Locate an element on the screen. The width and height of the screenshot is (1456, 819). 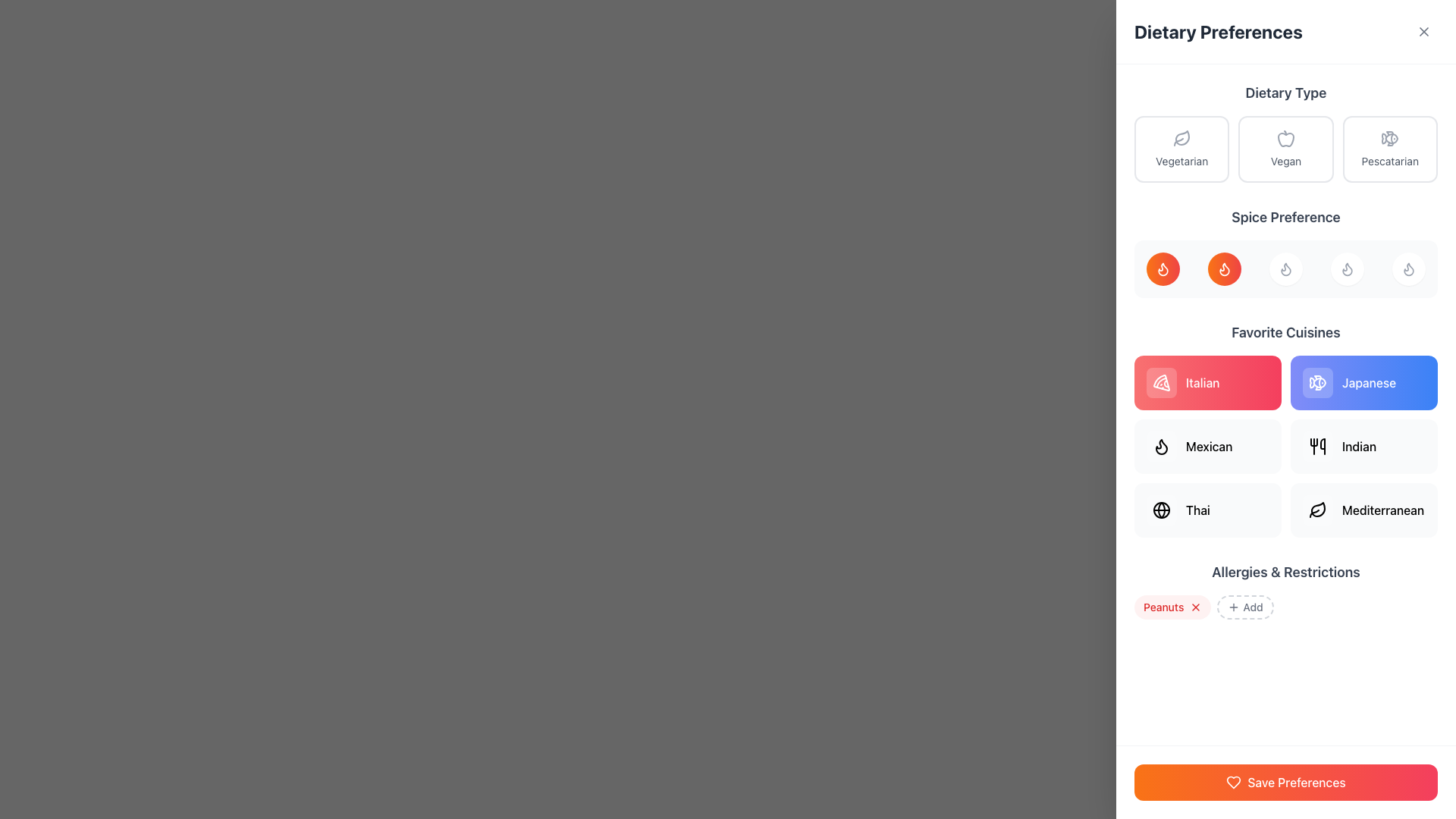
the Japanese cuisine icon located in the 'Favorite Cuisines' section of the dietary preferences selection modal, positioned towards the top right corner of the interface is located at coordinates (1316, 382).